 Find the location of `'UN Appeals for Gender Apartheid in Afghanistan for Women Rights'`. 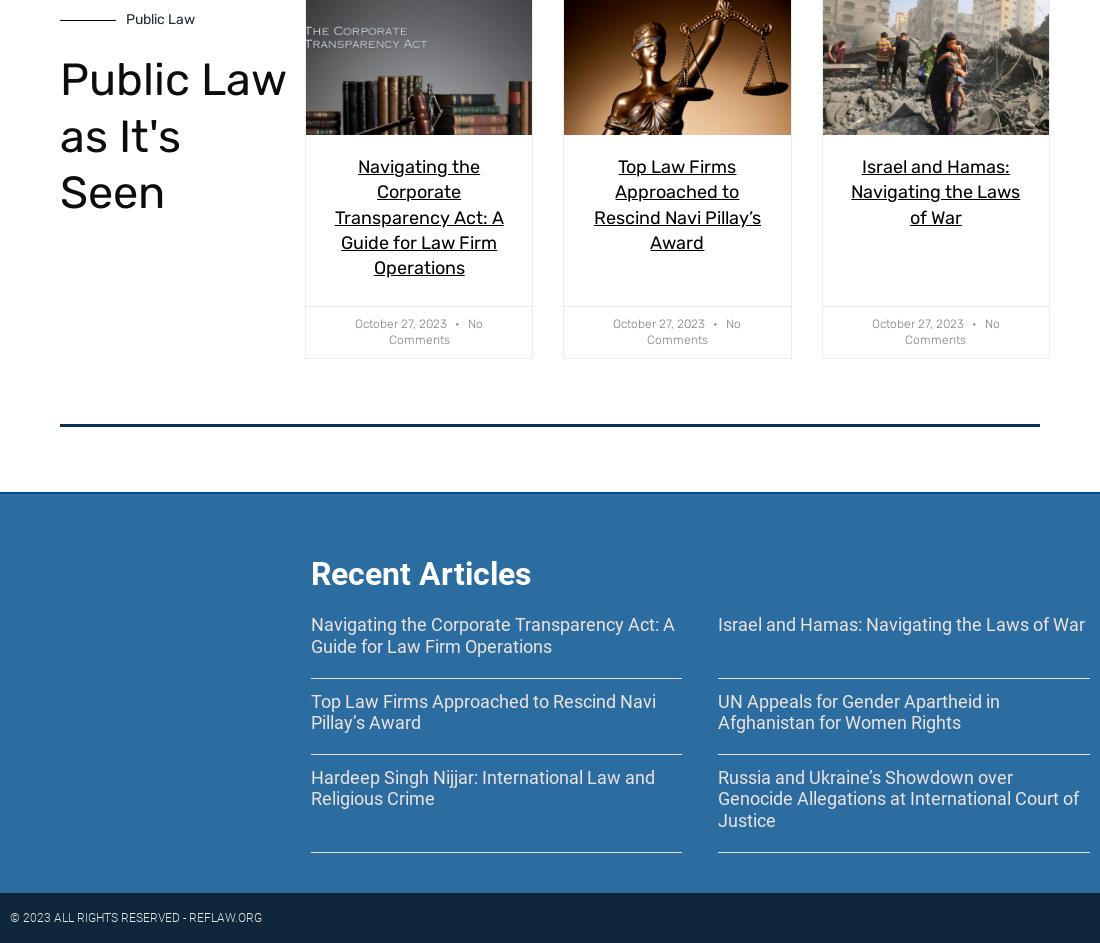

'UN Appeals for Gender Apartheid in Afghanistan for Women Rights' is located at coordinates (857, 710).